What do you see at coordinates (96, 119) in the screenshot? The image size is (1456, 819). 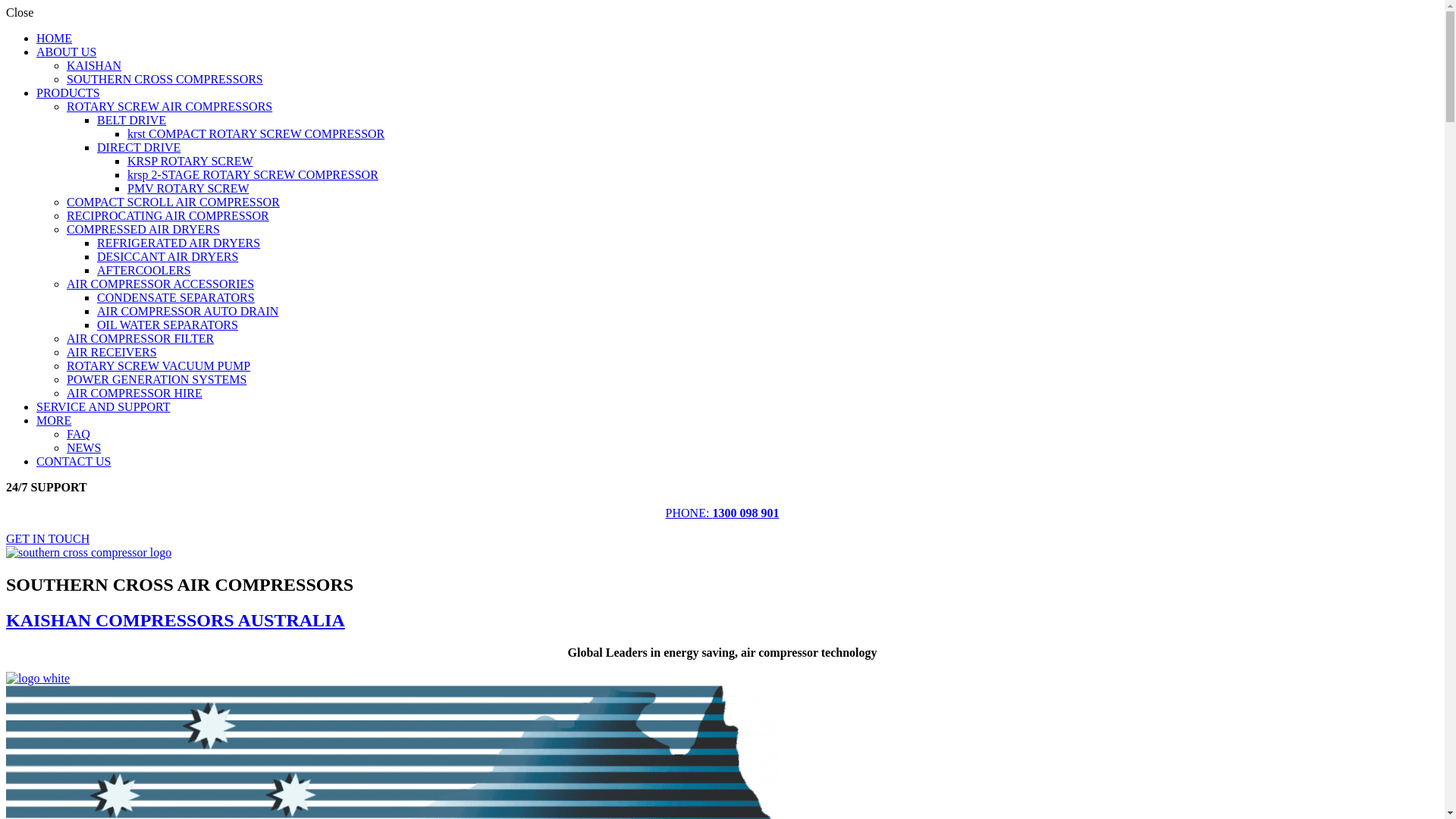 I see `'BELT DRIVE'` at bounding box center [96, 119].